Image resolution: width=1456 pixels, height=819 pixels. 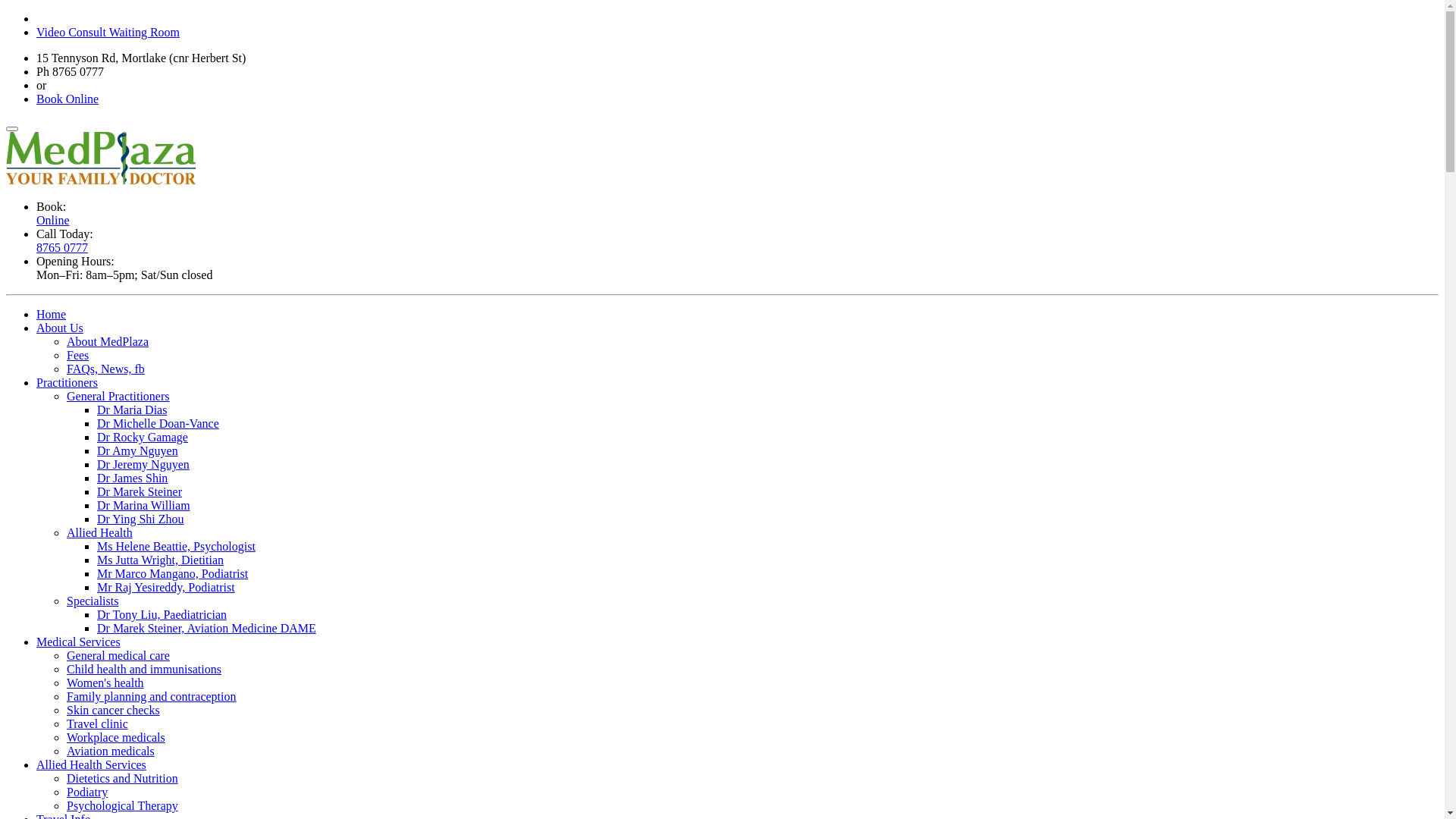 I want to click on 'Fees', so click(x=65, y=355).